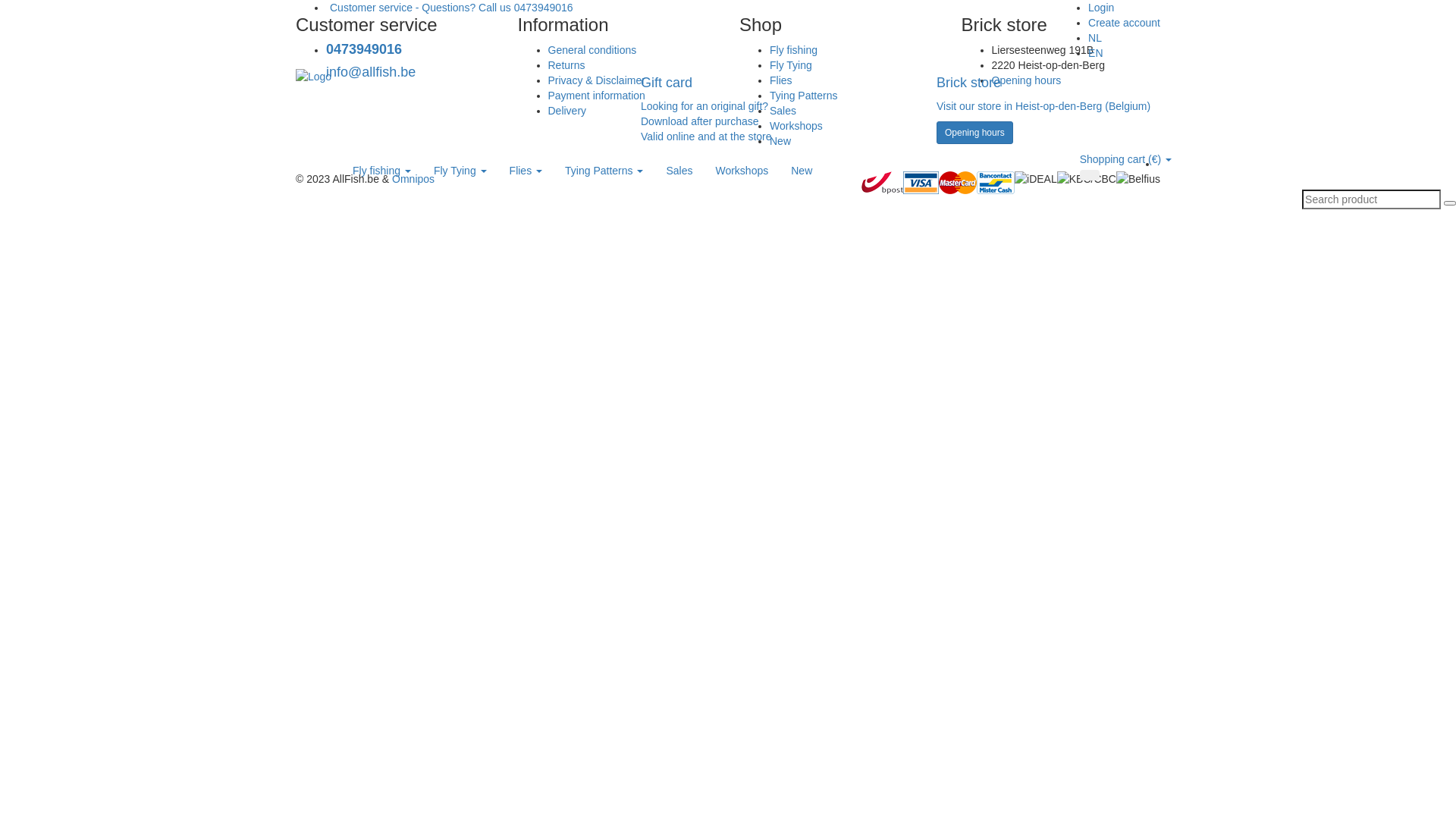 The width and height of the screenshot is (1456, 819). I want to click on 'Tying Patterns', so click(603, 170).